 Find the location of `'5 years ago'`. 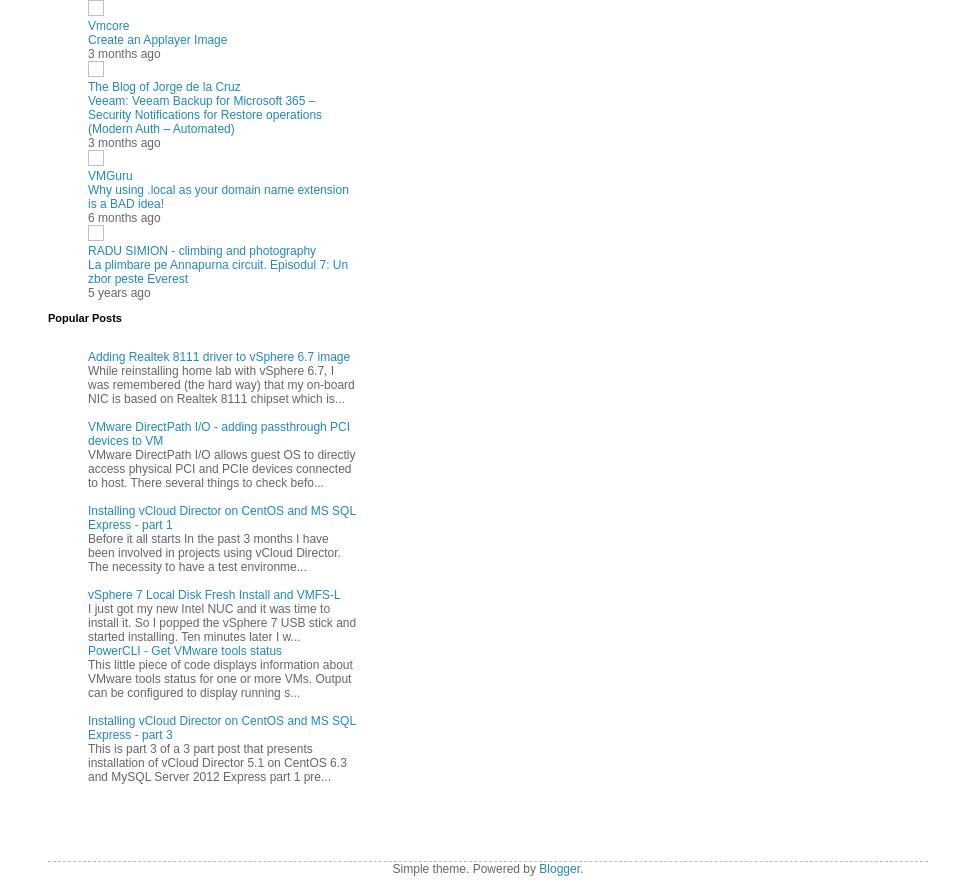

'5 years ago' is located at coordinates (87, 290).